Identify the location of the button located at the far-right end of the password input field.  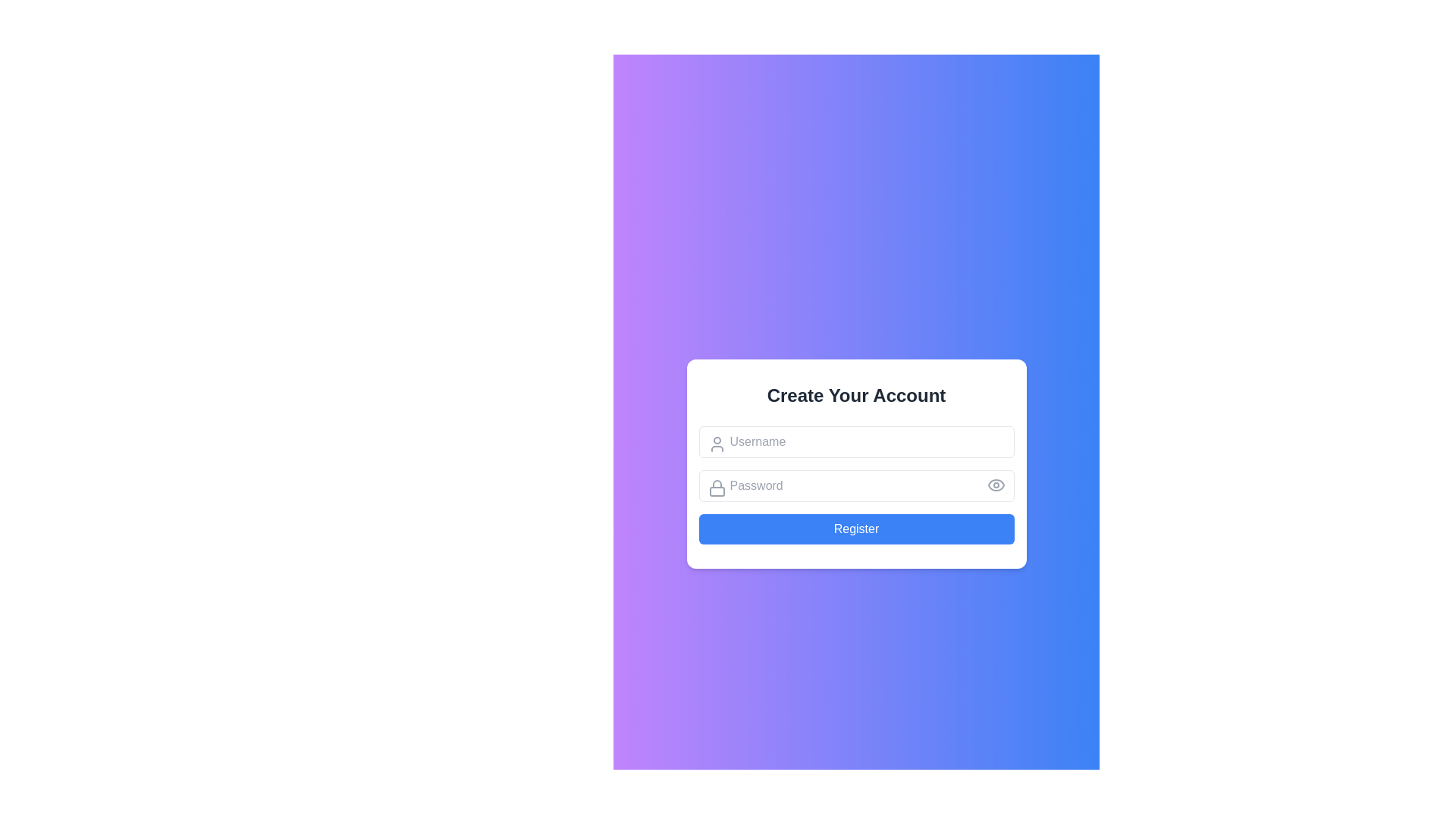
(996, 485).